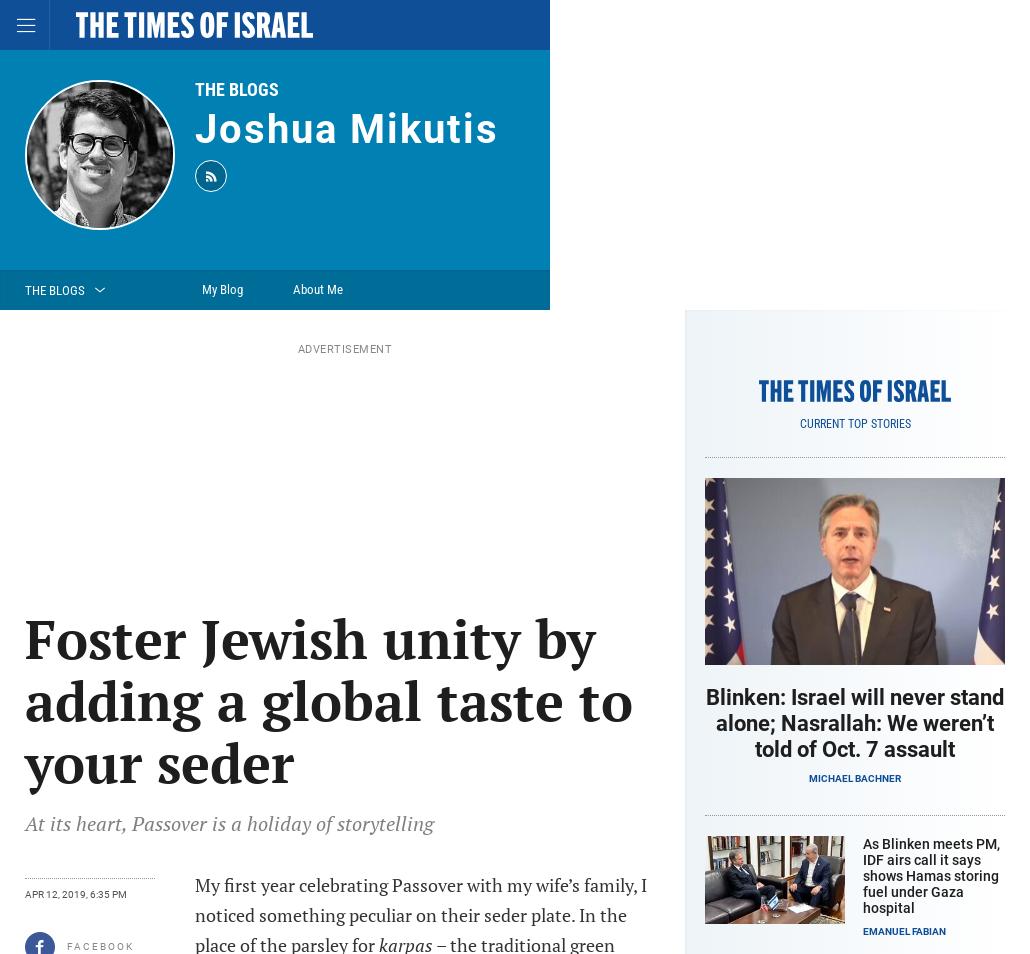 The image size is (1030, 954). What do you see at coordinates (705, 723) in the screenshot?
I see `'Blinken: Israel will never stand alone; Nasrallah: We weren’t told of Oct. 7 assault'` at bounding box center [705, 723].